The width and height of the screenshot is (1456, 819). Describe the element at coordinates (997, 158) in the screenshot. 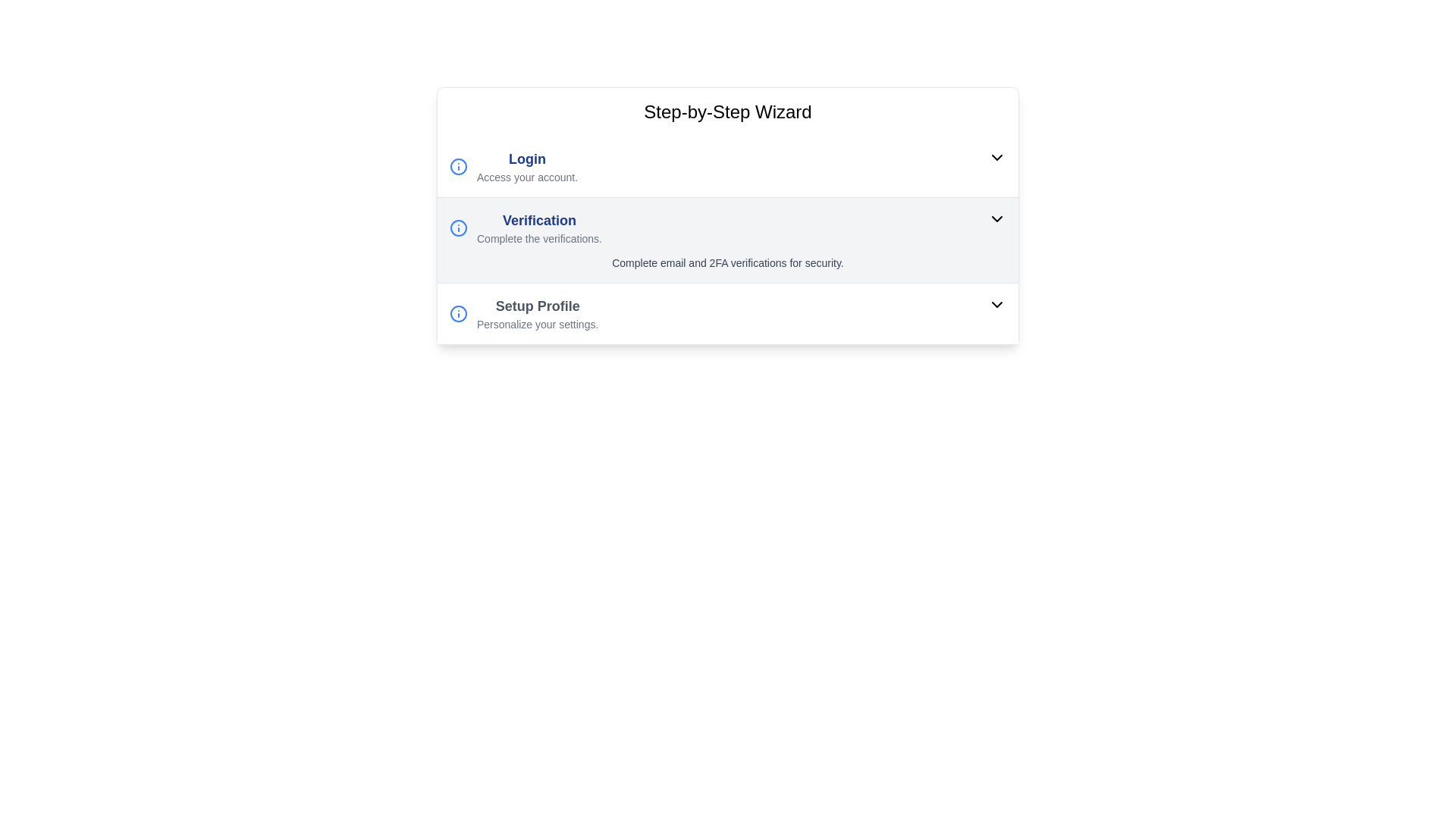

I see `the toggle icon located at the far right of the row containing the 'Login' title and 'Access your account' subtitle to interact with it` at that location.